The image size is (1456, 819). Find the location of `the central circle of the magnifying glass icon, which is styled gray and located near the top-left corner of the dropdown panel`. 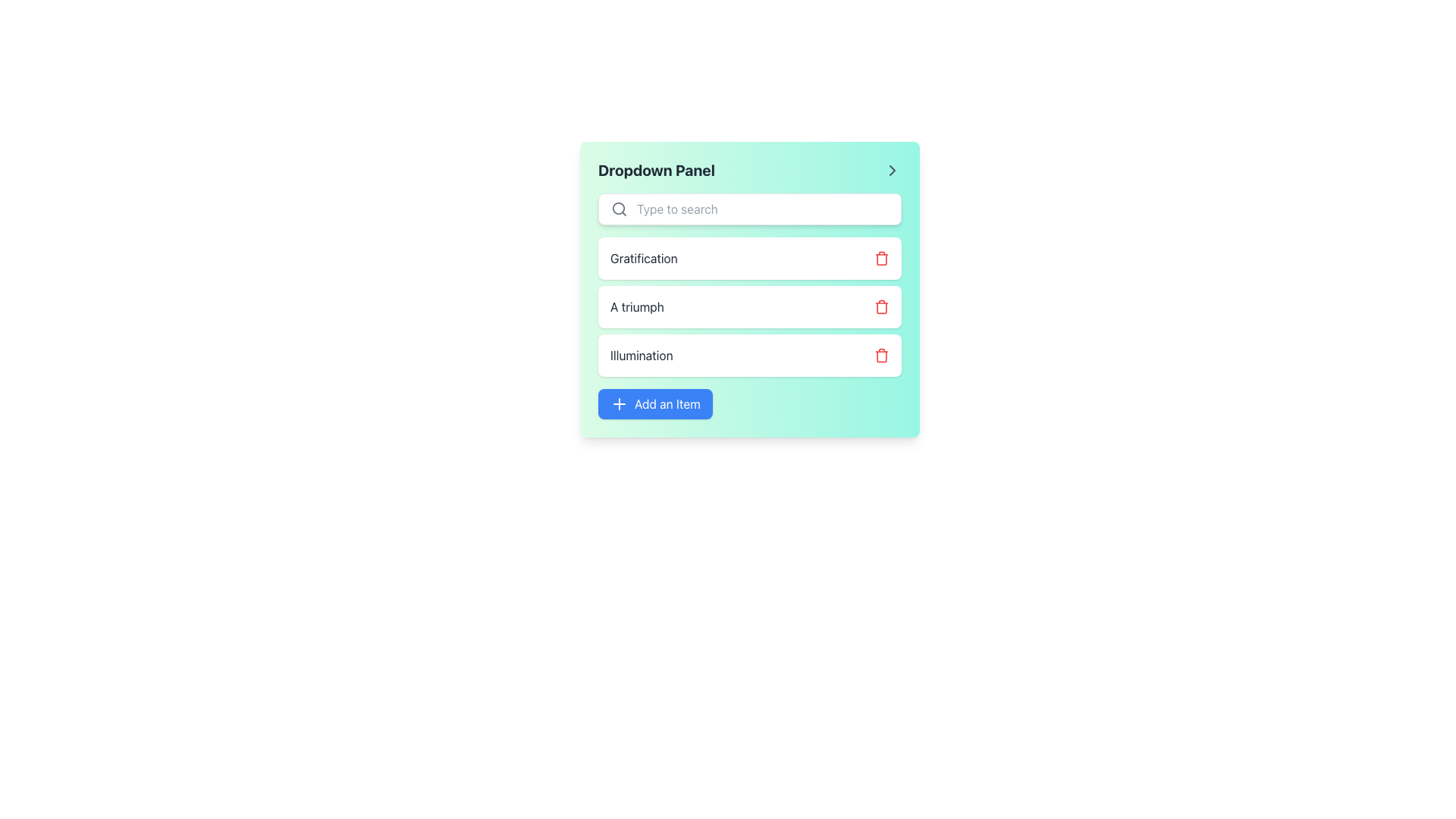

the central circle of the magnifying glass icon, which is styled gray and located near the top-left corner of the dropdown panel is located at coordinates (619, 209).